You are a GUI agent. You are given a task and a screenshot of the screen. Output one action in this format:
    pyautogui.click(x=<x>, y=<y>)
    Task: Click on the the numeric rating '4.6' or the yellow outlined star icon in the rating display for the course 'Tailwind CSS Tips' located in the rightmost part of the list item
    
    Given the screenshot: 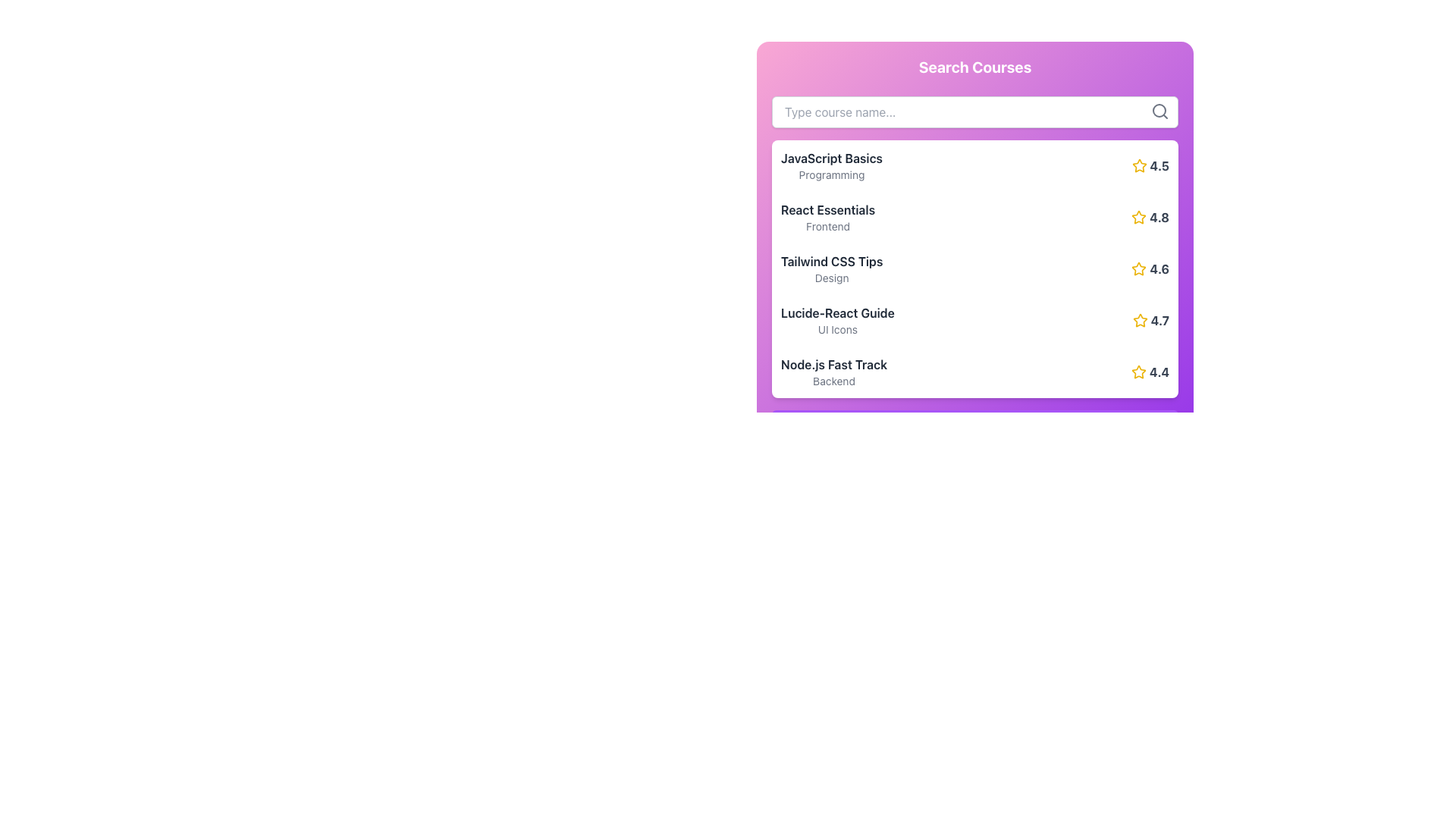 What is the action you would take?
    pyautogui.click(x=1150, y=268)
    